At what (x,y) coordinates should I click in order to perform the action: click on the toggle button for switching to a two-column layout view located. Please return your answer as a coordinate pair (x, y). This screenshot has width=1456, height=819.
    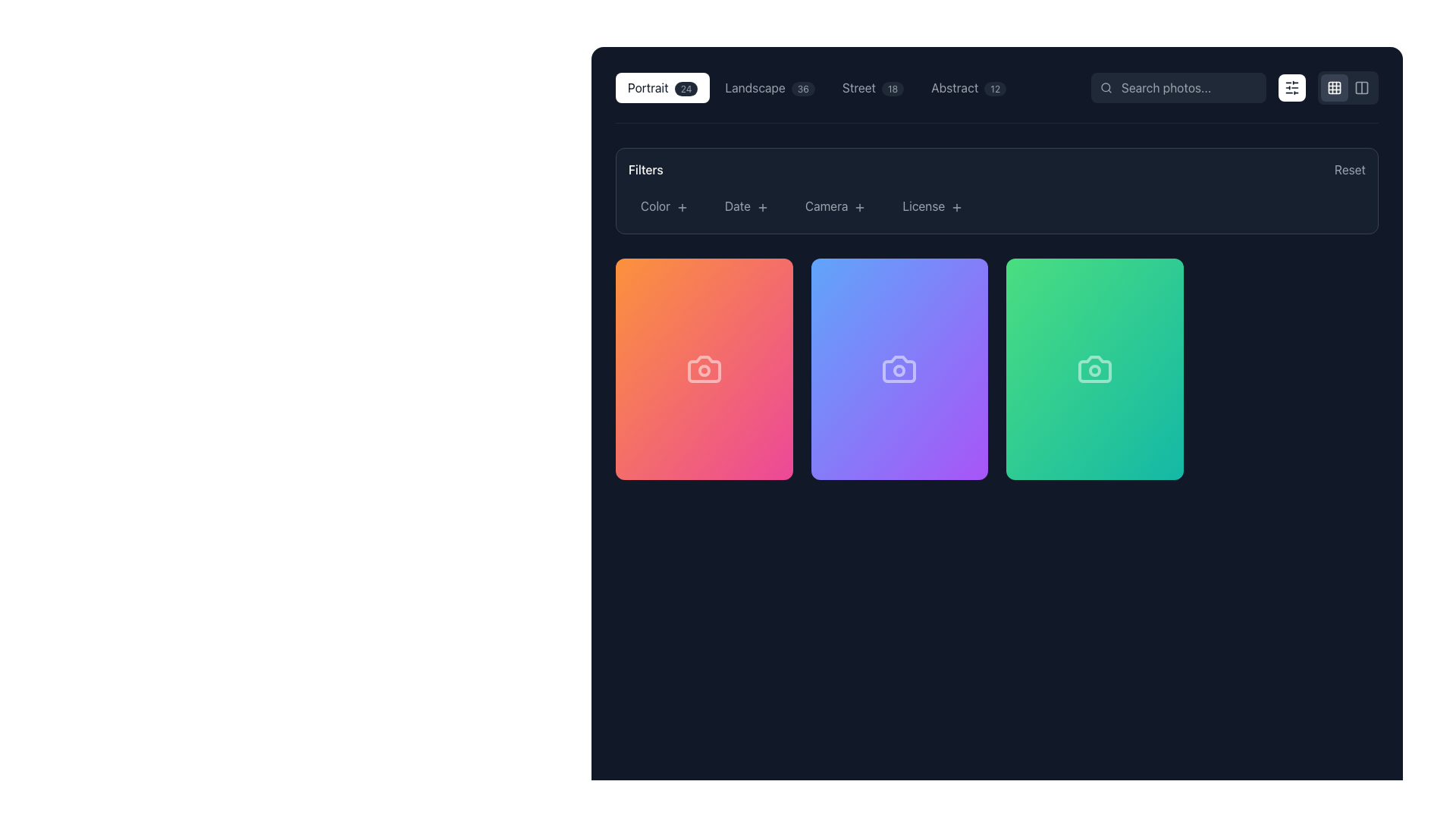
    Looking at the image, I should click on (1361, 87).